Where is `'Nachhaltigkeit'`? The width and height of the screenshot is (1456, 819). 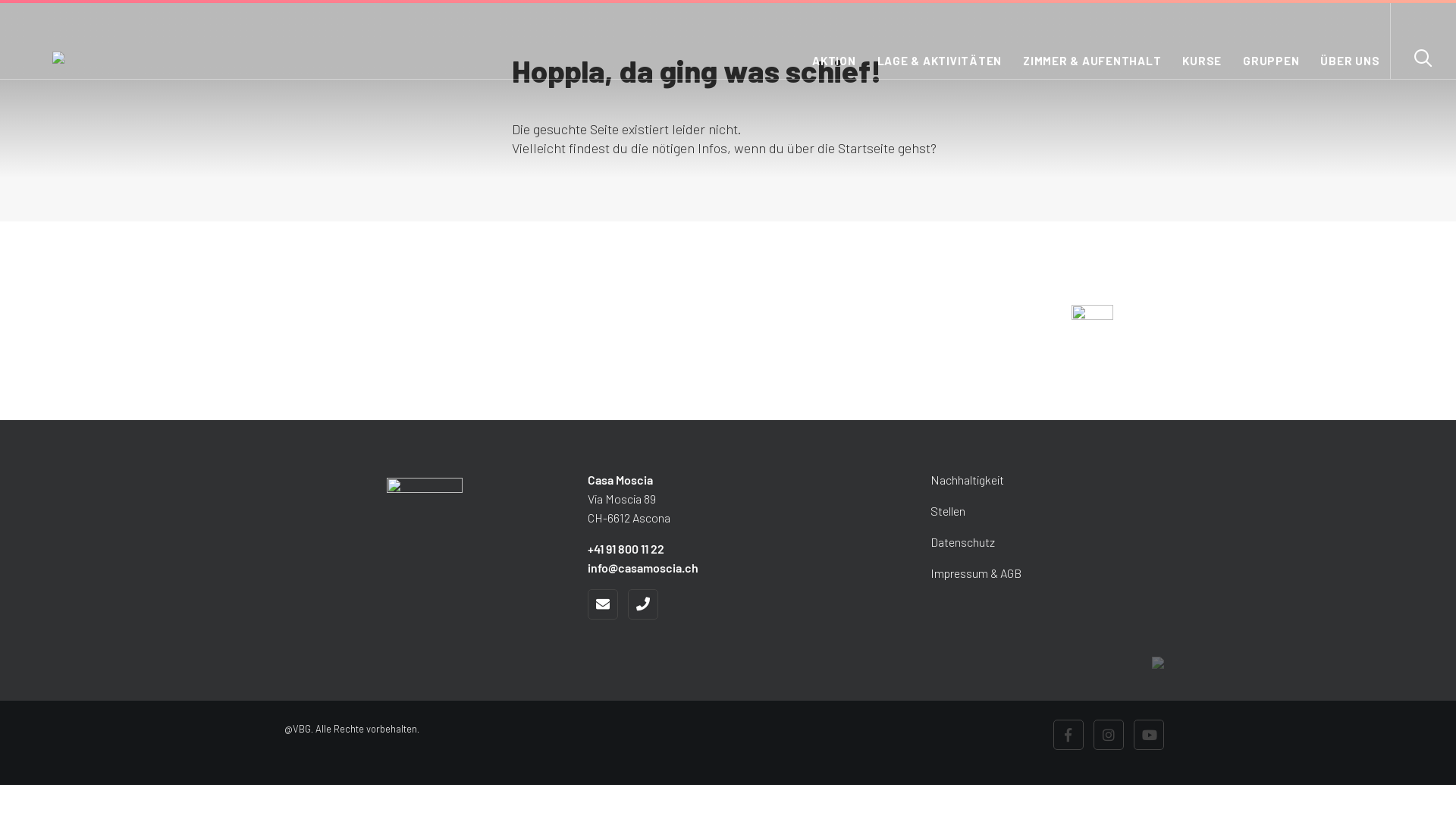 'Nachhaltigkeit' is located at coordinates (891, 479).